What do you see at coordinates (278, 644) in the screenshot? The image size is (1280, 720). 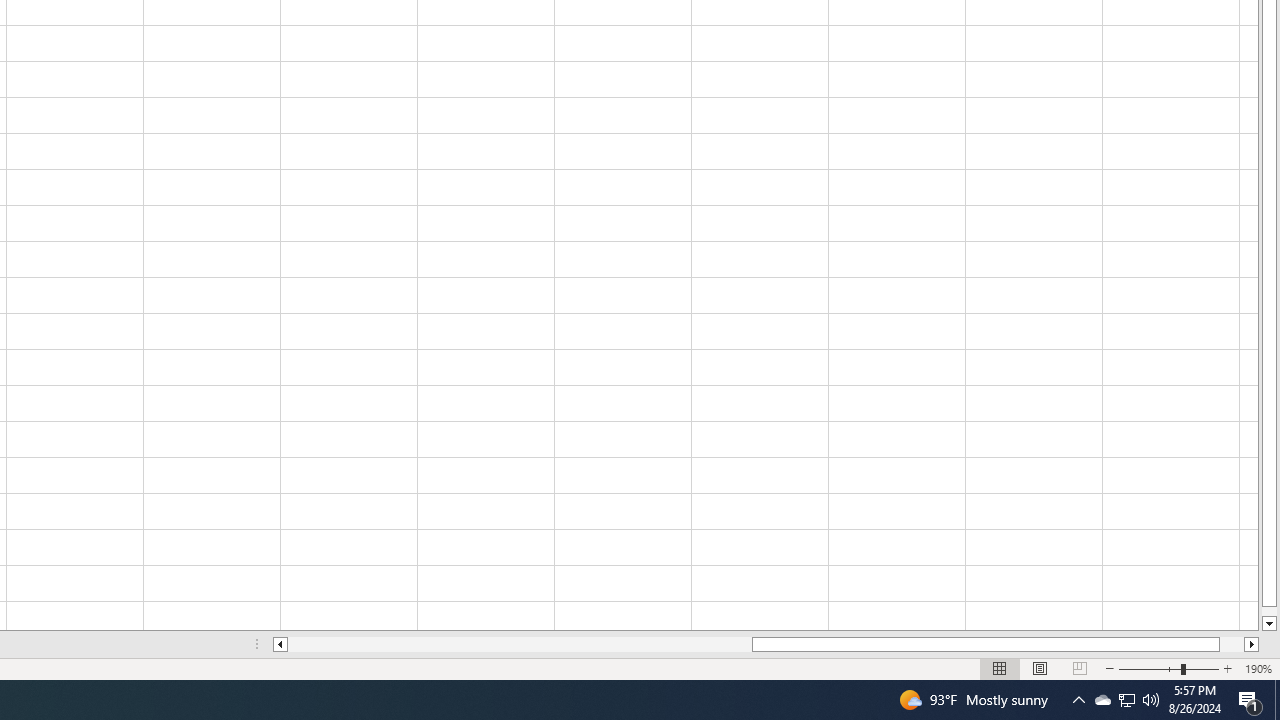 I see `'Column left'` at bounding box center [278, 644].